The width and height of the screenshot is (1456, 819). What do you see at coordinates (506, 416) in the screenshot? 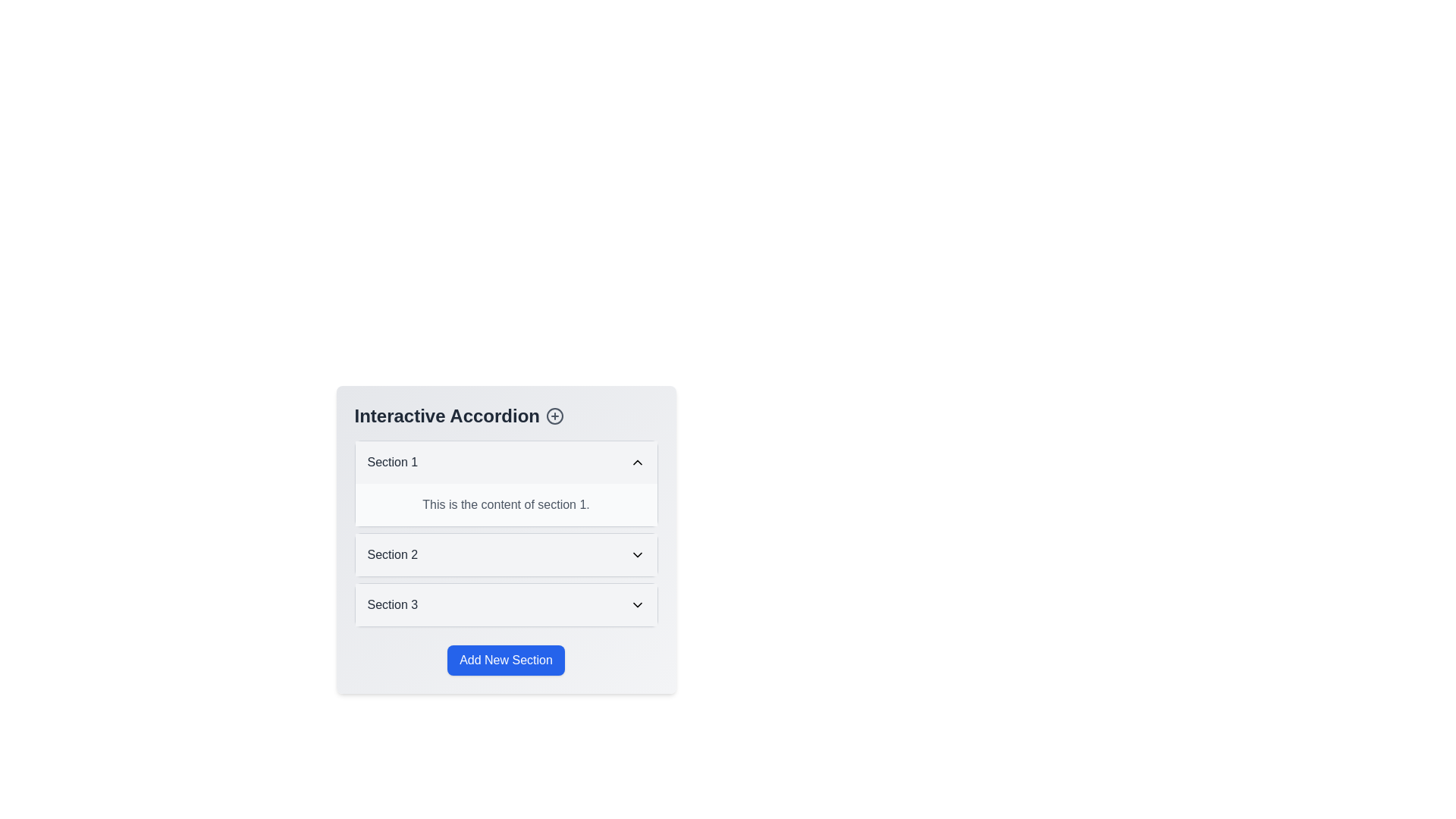
I see `the 'Interactive Accordion' heading to read the label, which is styled in bold with a plus sign icon next to it` at bounding box center [506, 416].